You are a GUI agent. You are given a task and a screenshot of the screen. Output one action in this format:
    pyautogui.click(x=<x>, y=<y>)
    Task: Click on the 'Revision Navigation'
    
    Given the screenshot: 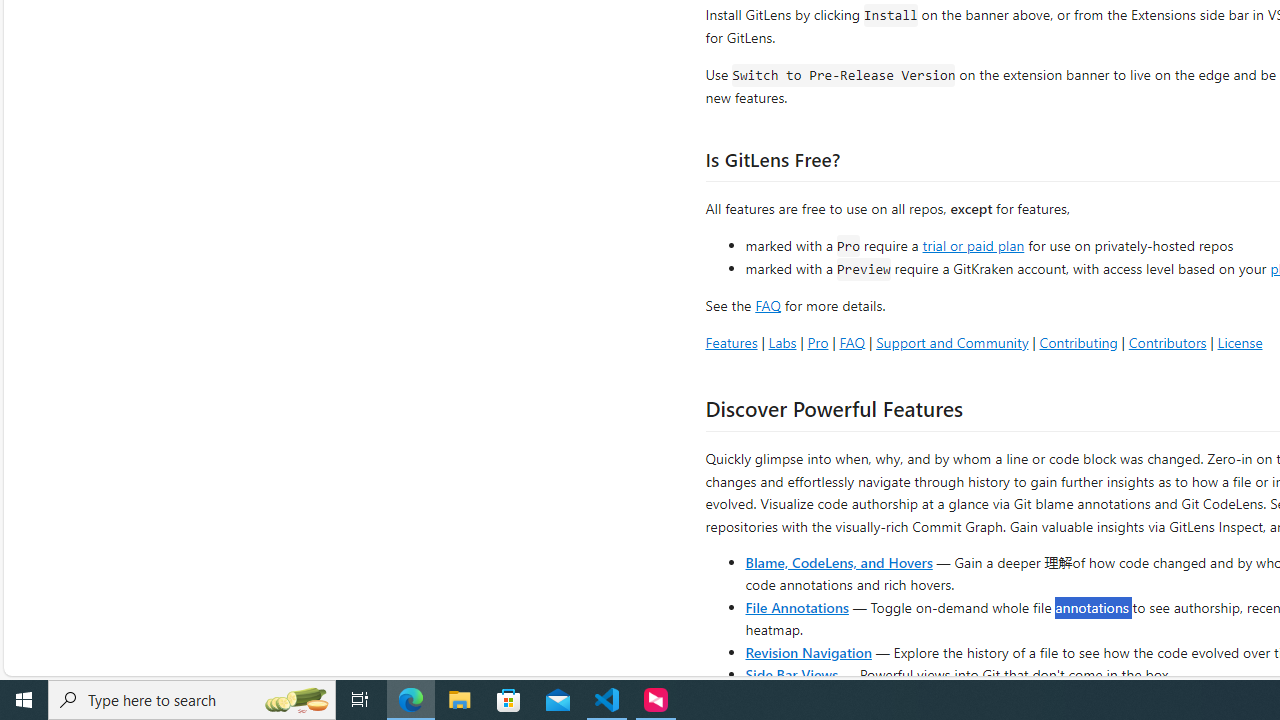 What is the action you would take?
    pyautogui.click(x=808, y=651)
    